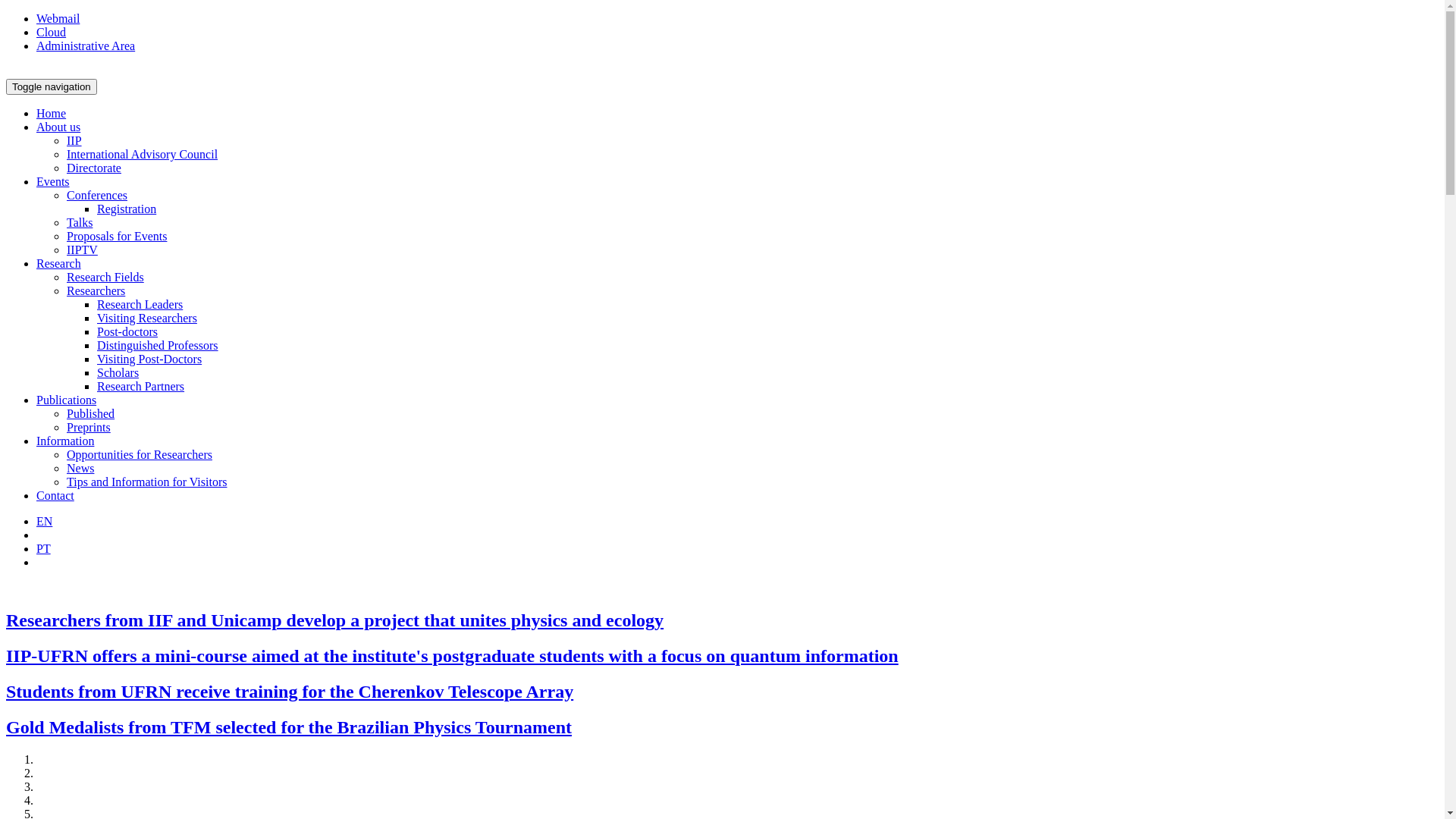 The height and width of the screenshot is (819, 1456). I want to click on 'IIPTV', so click(81, 249).